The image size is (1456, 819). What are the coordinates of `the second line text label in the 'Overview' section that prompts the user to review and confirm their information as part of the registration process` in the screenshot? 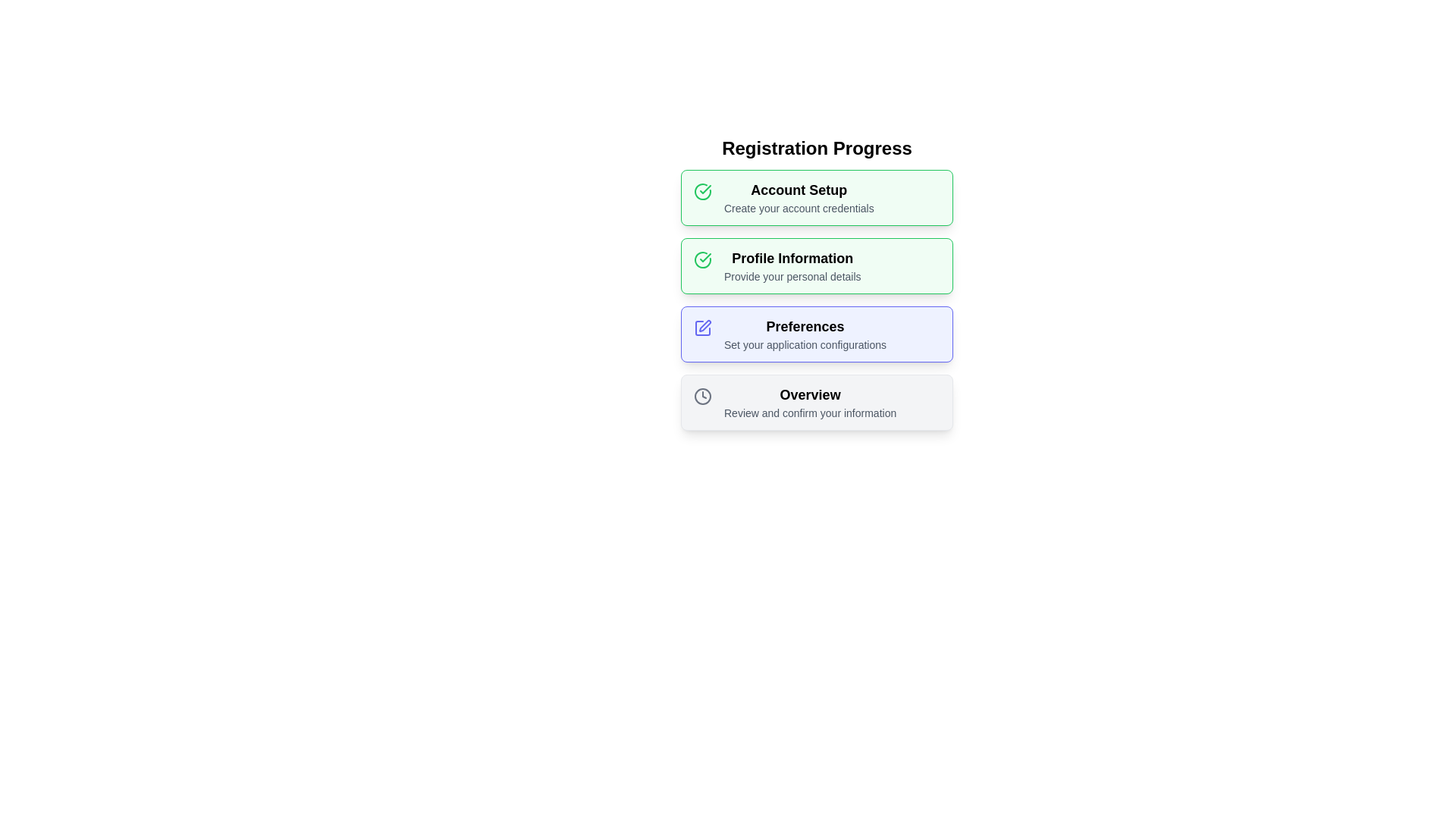 It's located at (809, 413).